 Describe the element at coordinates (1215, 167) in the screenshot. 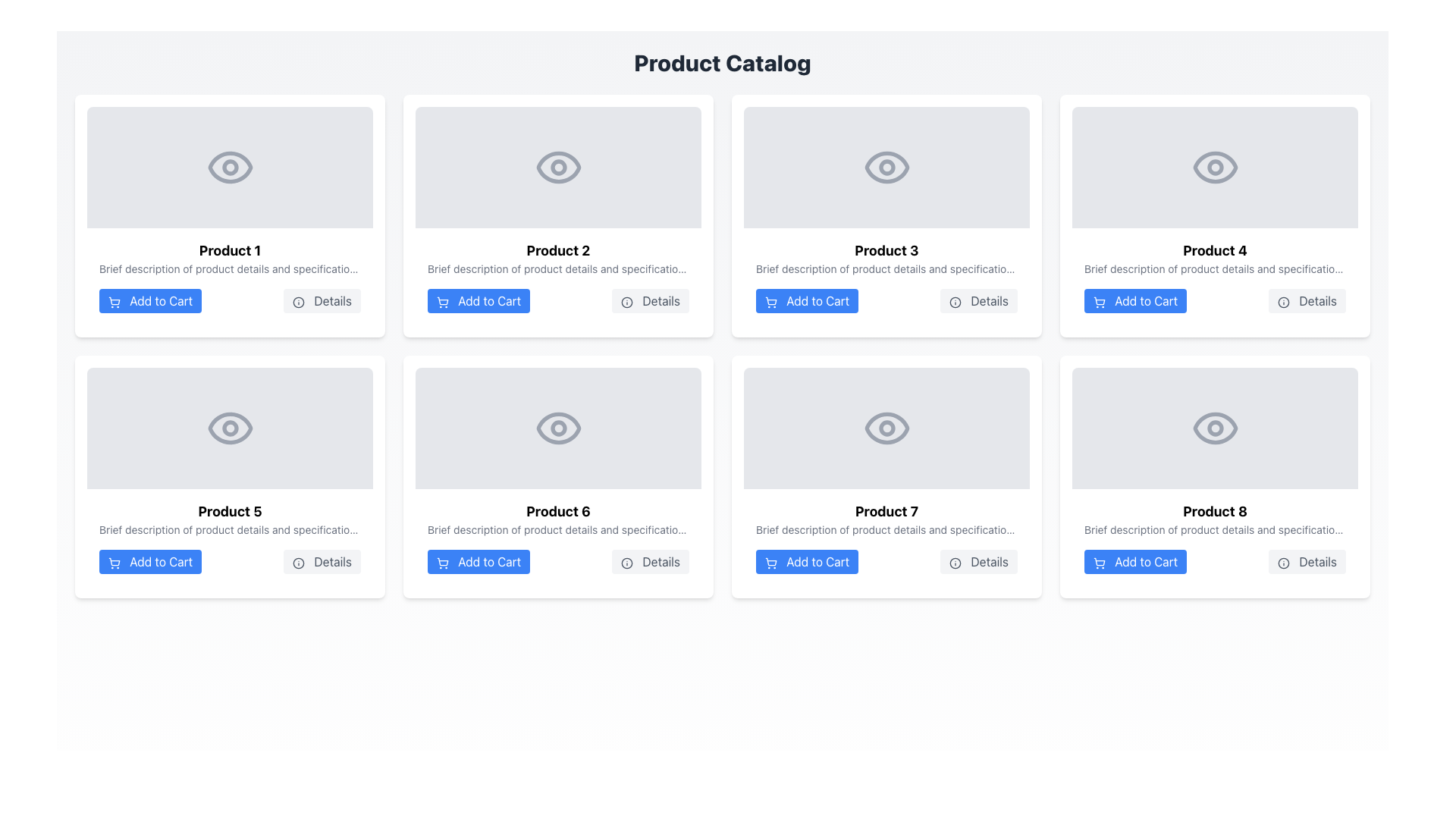

I see `the visual indicator icon located in the center of the image area of the 'Product 4' card in the product catalog grid` at that location.